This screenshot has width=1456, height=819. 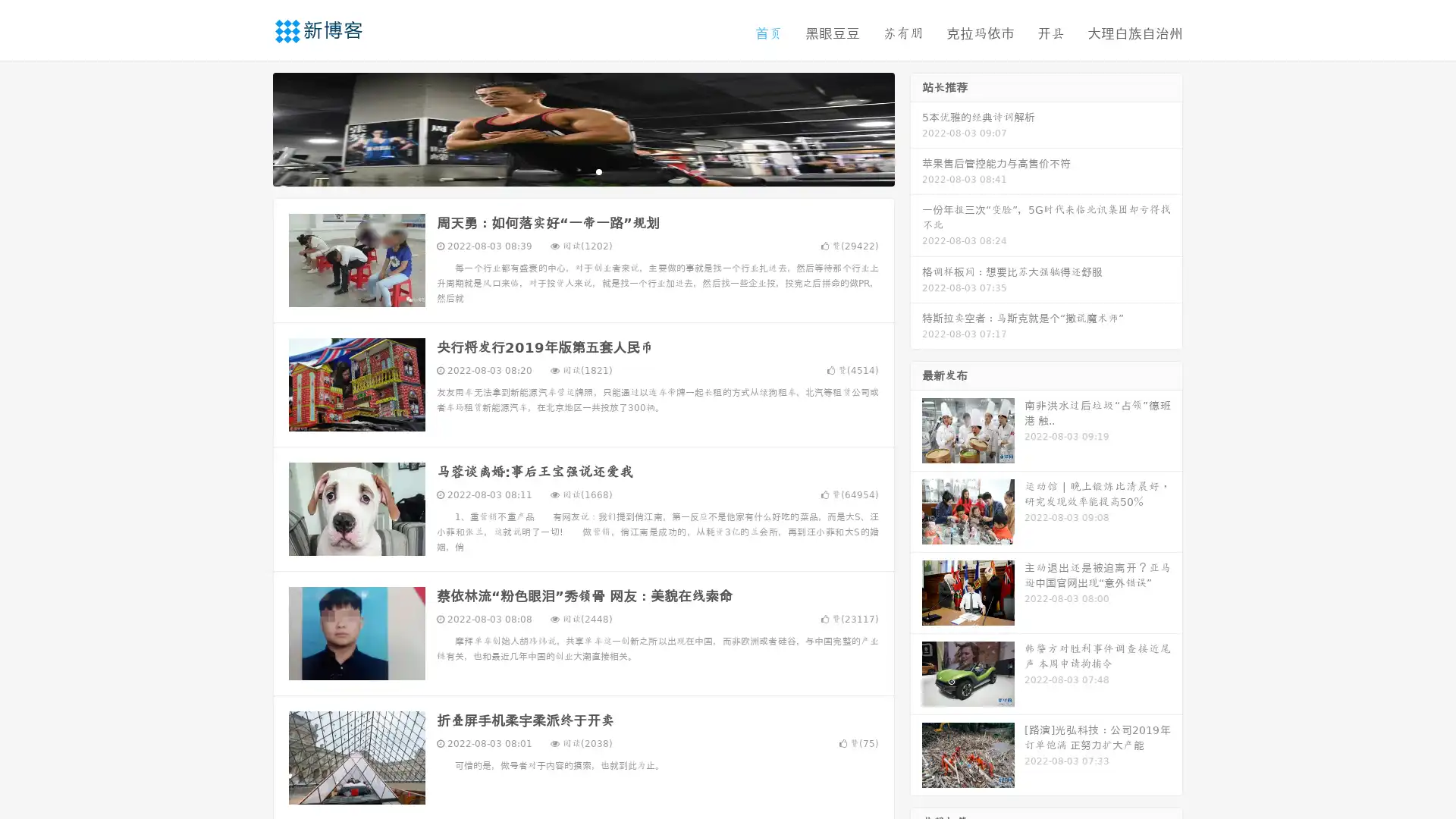 I want to click on Go to slide 1, so click(x=567, y=171).